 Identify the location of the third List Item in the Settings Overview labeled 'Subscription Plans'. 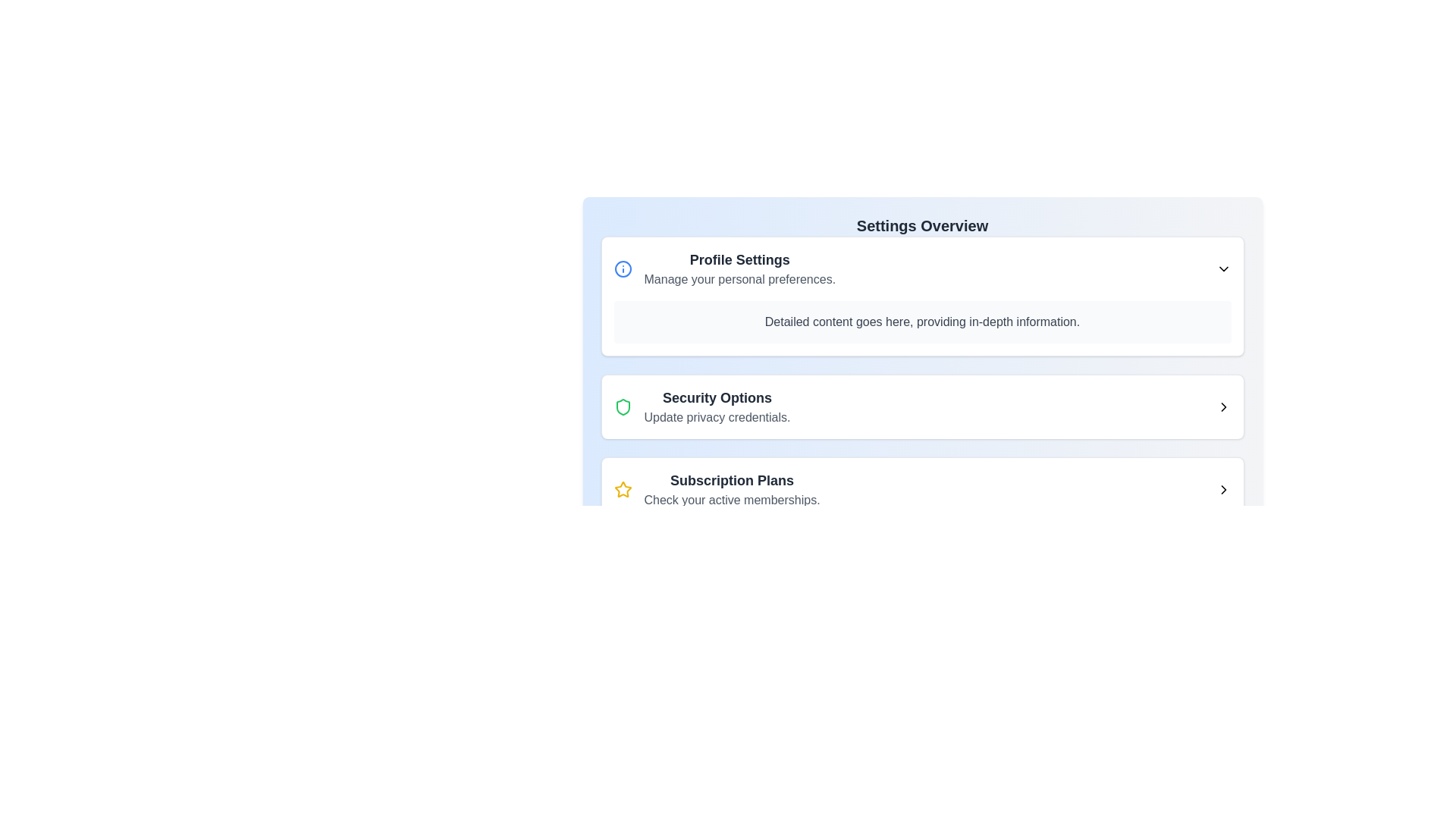
(921, 489).